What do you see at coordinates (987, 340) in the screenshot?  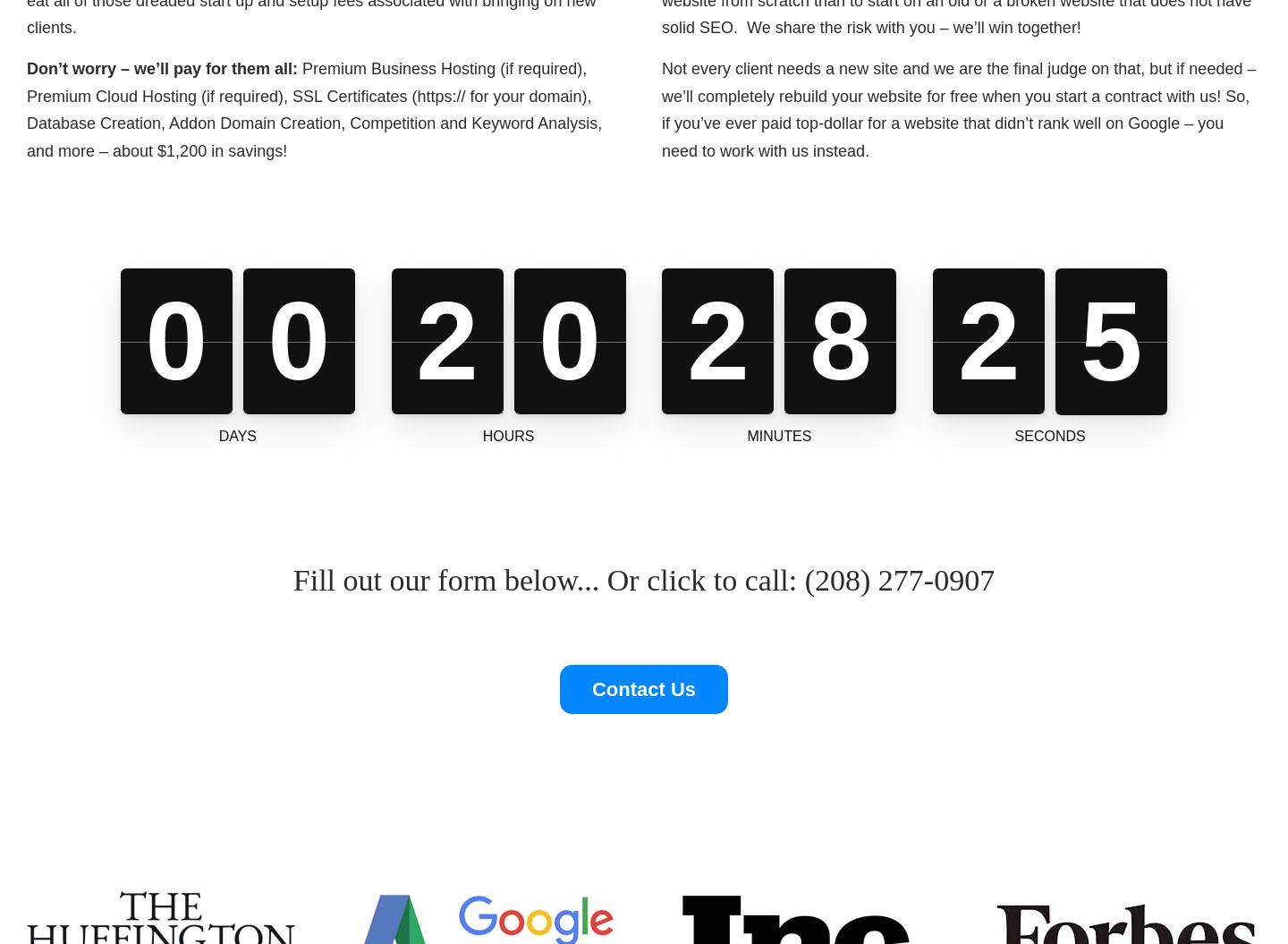 I see `'3'` at bounding box center [987, 340].